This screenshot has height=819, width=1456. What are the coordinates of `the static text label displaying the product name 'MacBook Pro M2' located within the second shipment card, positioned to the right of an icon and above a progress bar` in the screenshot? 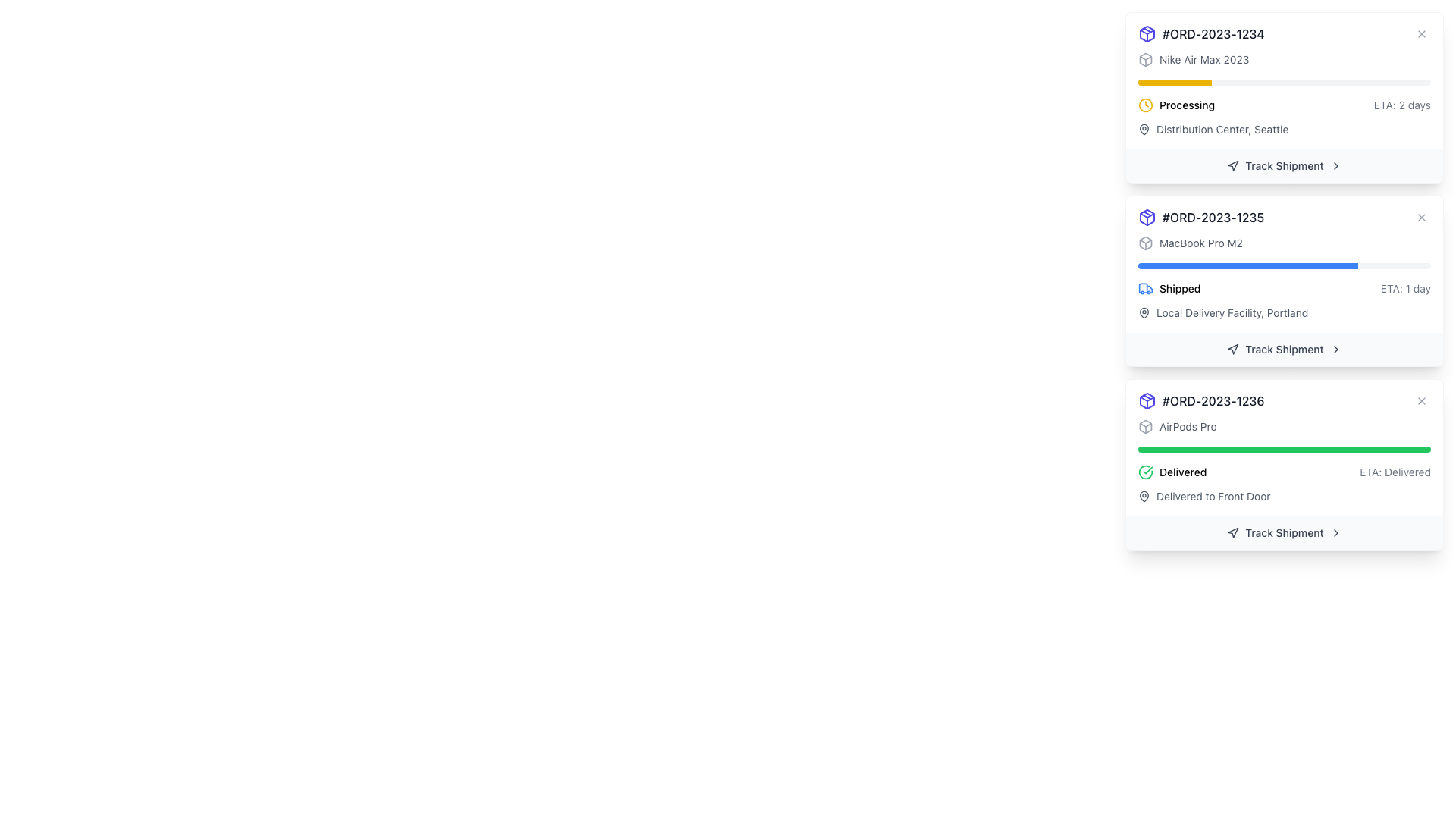 It's located at (1200, 242).